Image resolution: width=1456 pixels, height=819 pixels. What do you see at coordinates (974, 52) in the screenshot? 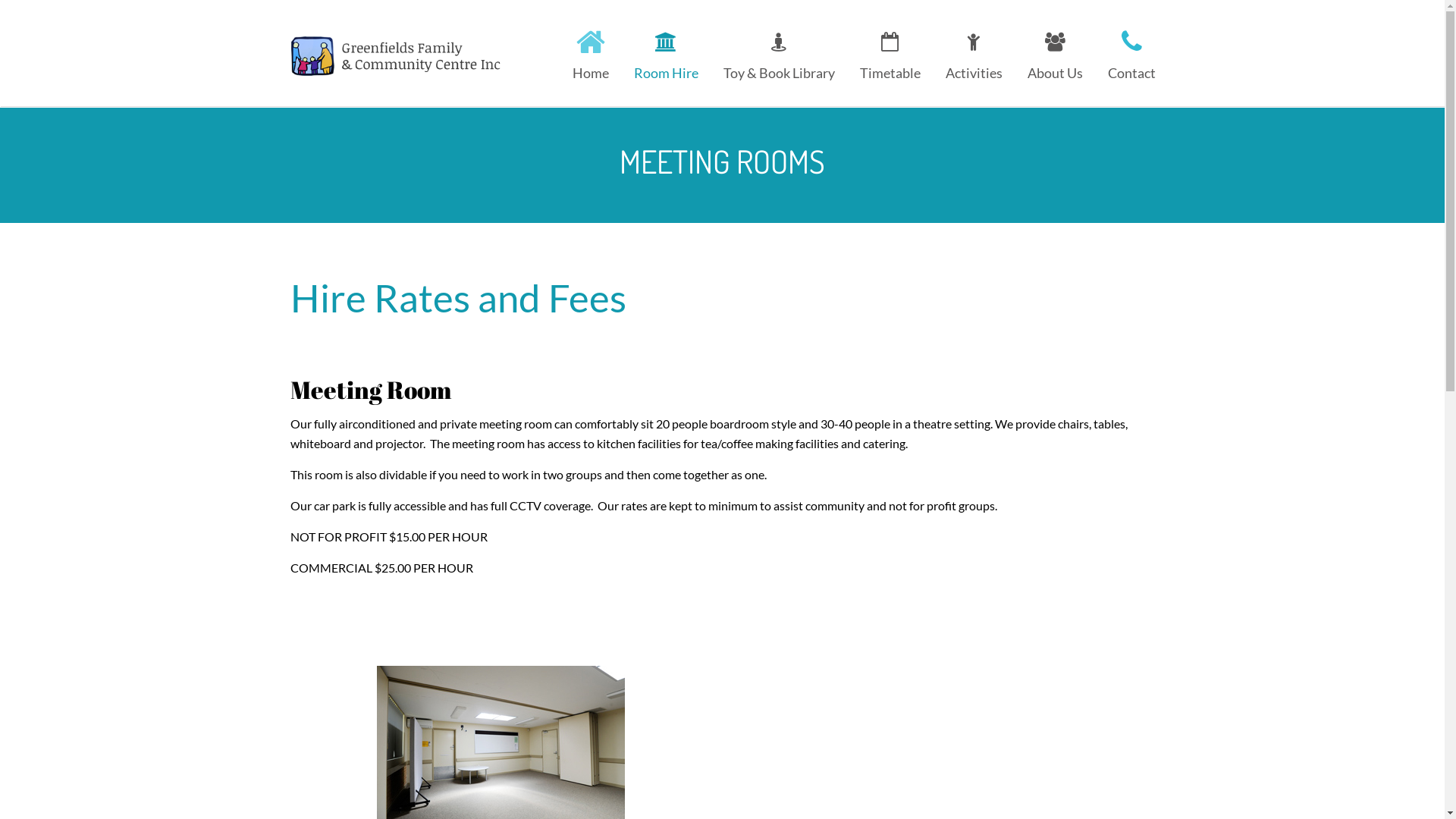
I see `'Activities'` at bounding box center [974, 52].